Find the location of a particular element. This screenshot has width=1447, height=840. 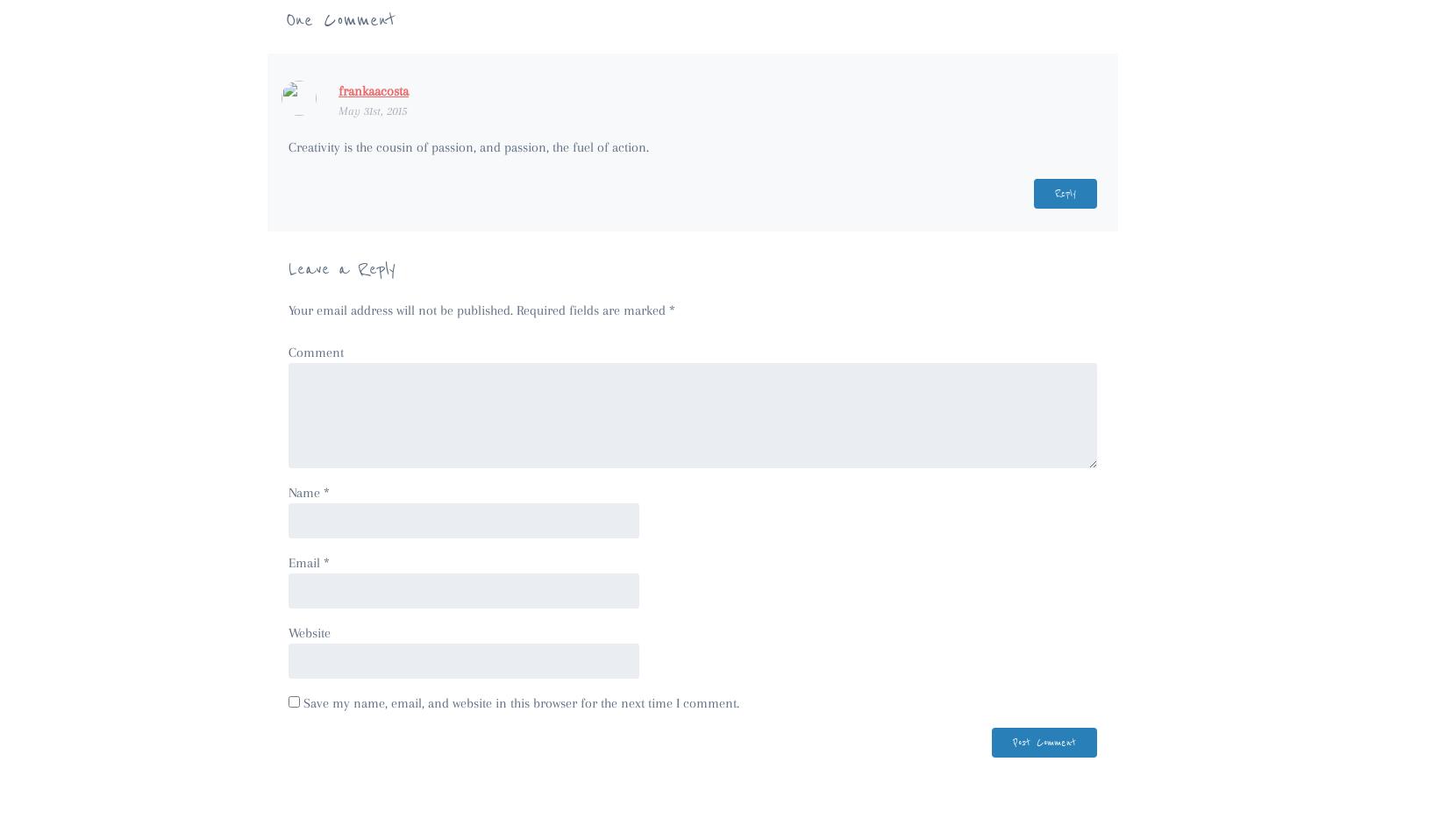

'Reply' is located at coordinates (1055, 192).